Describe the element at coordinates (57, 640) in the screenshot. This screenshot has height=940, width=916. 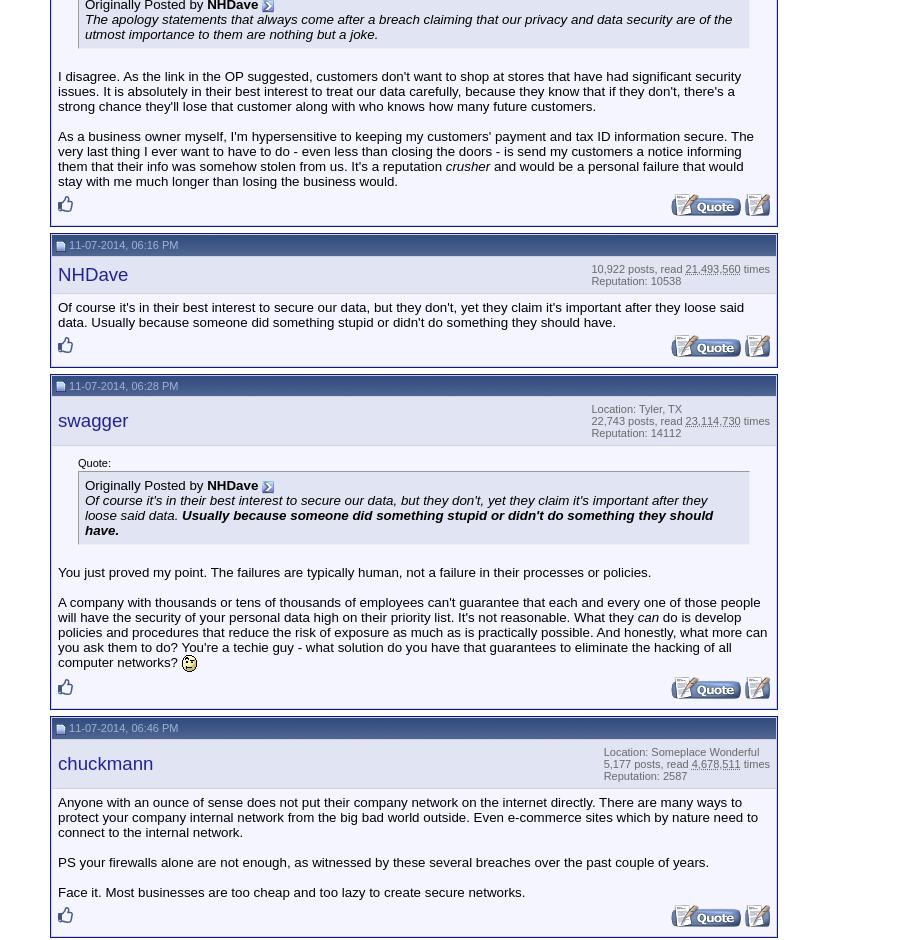
I see `'do is develop policies and procedures that reduce the risk of exposure as much as is practically possible. And honestly, what more can you ask them to do? You're a techie guy - what solution do you have that guarantees to eliminate the hacking of all computer networks?'` at that location.